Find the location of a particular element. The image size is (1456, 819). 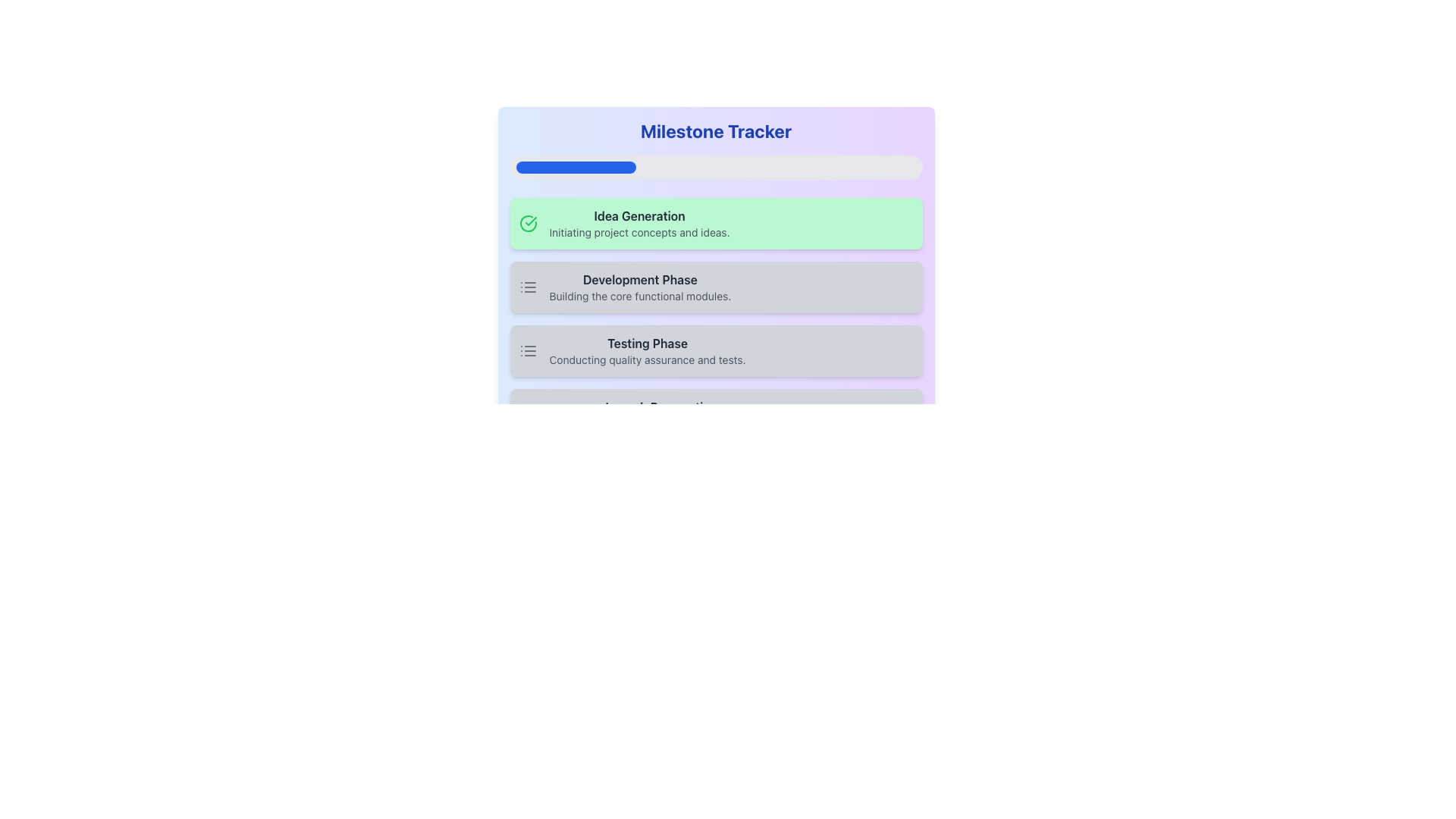

the title text labeled 'Milestone Tracker', which is prominently displayed in a bold, large blue font at the top of the milestone overview interface is located at coordinates (715, 130).